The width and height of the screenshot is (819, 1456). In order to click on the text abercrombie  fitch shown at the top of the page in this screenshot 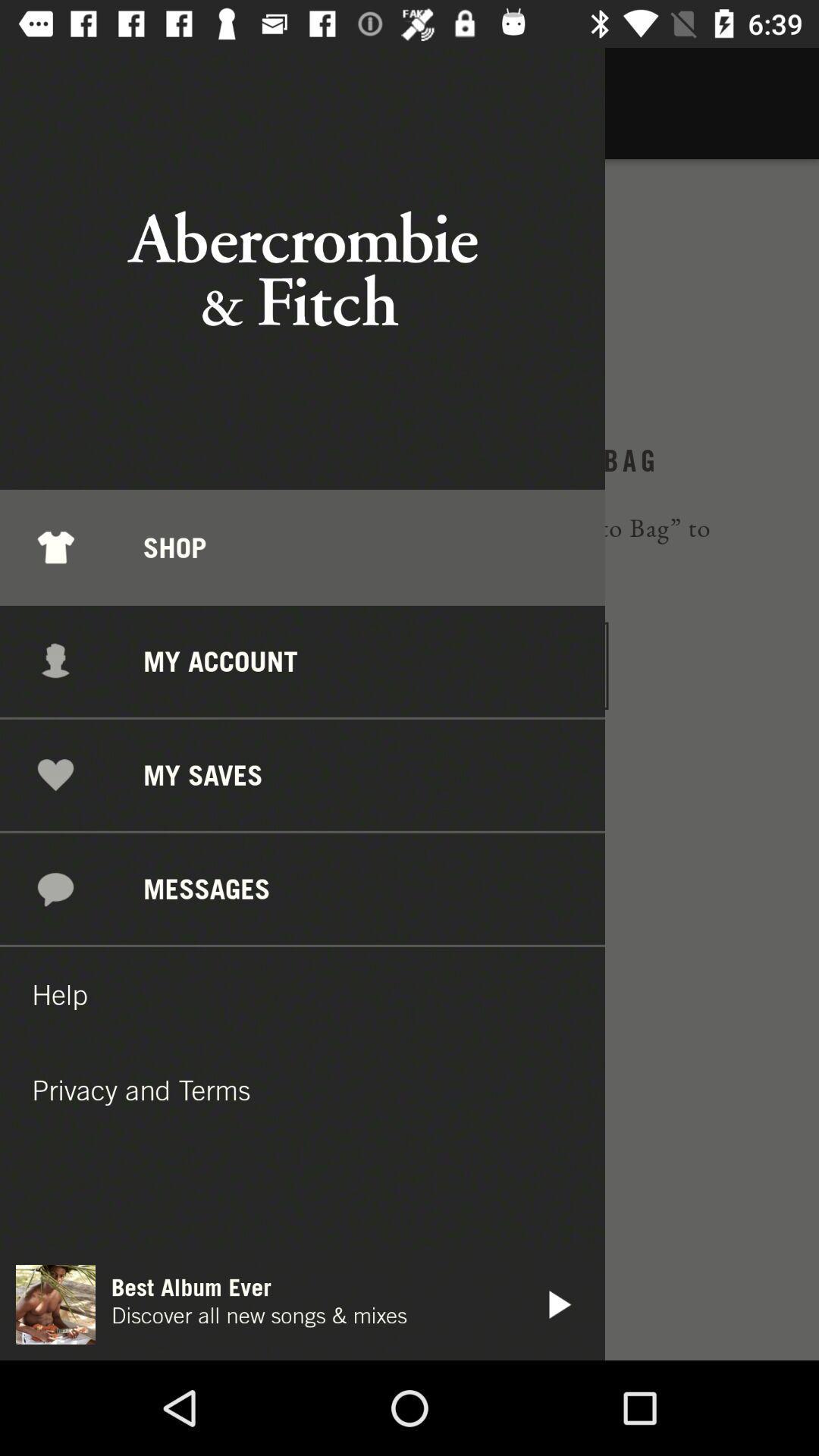, I will do `click(302, 268)`.